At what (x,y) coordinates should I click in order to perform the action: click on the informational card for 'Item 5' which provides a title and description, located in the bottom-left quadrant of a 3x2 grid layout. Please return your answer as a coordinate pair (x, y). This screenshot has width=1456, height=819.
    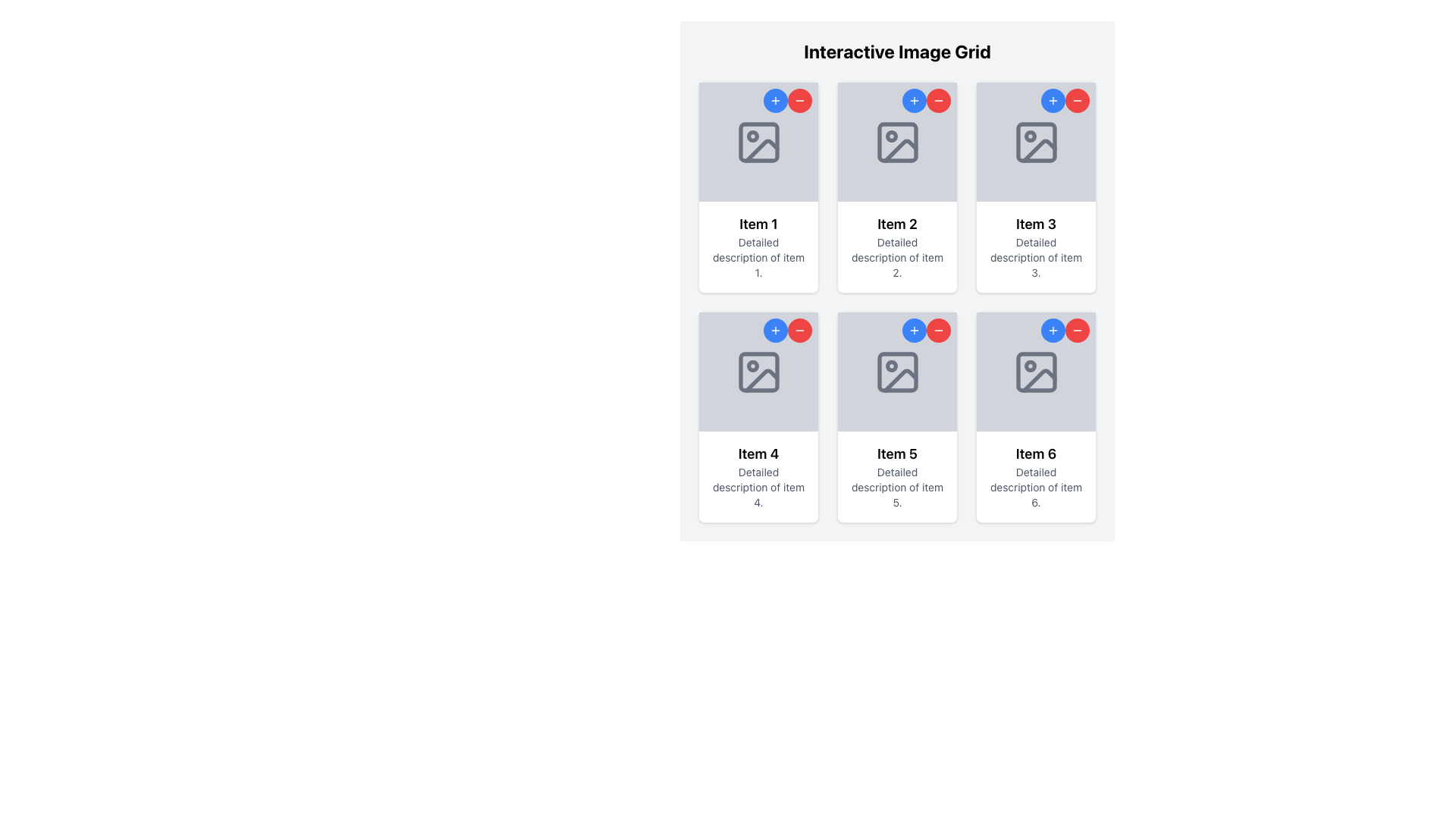
    Looking at the image, I should click on (897, 475).